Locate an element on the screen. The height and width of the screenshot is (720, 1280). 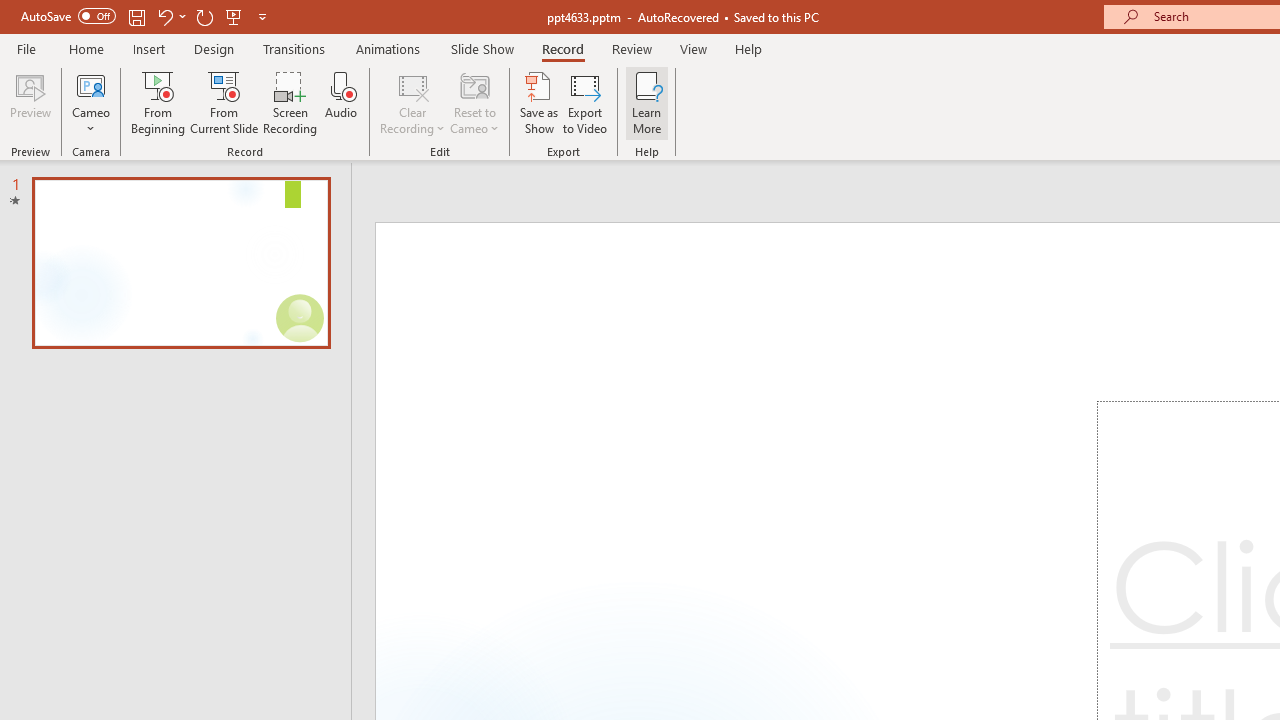
'Animations' is located at coordinates (388, 48).